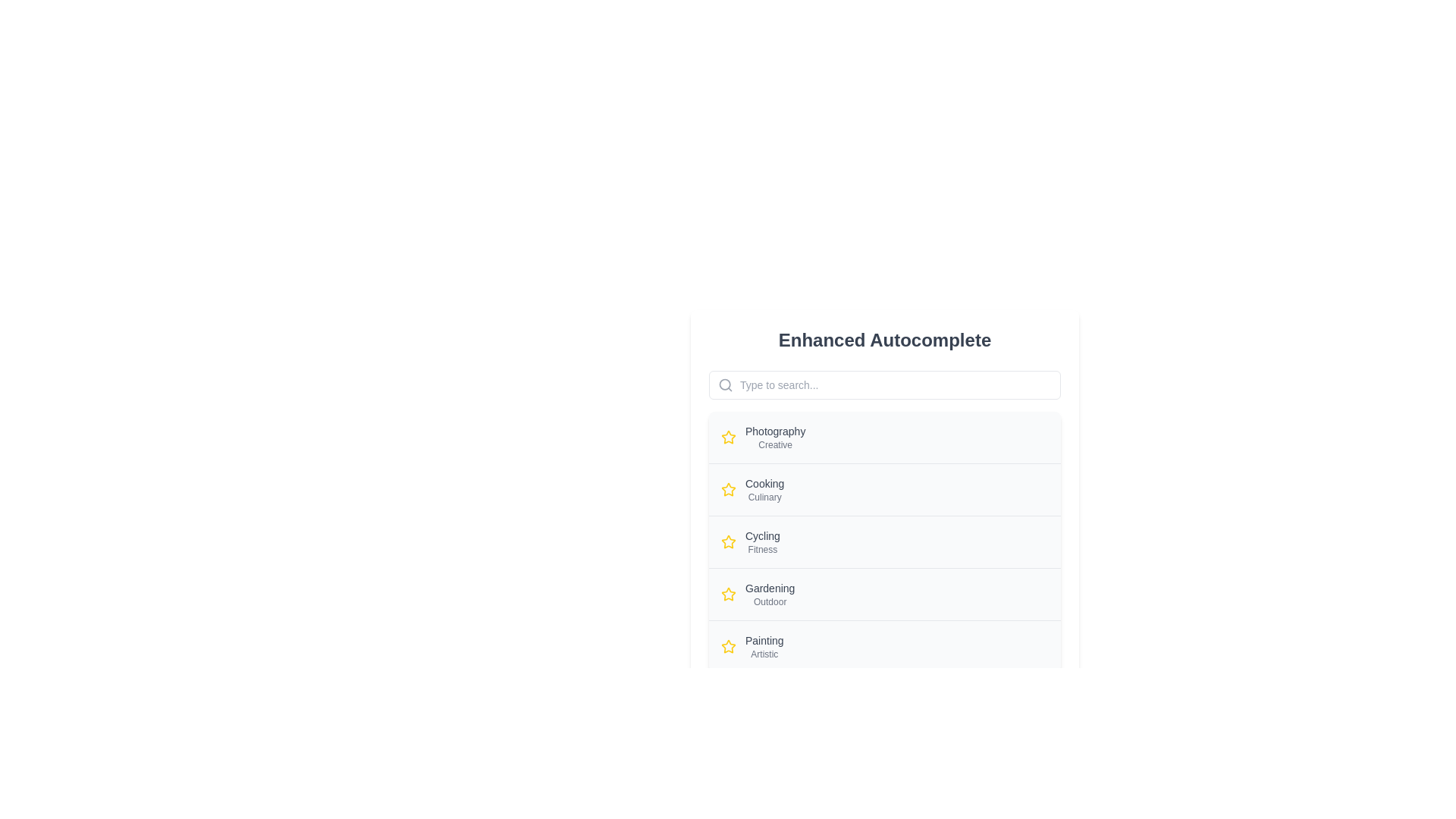  I want to click on the 'Gardening' category label in the list, so click(770, 593).